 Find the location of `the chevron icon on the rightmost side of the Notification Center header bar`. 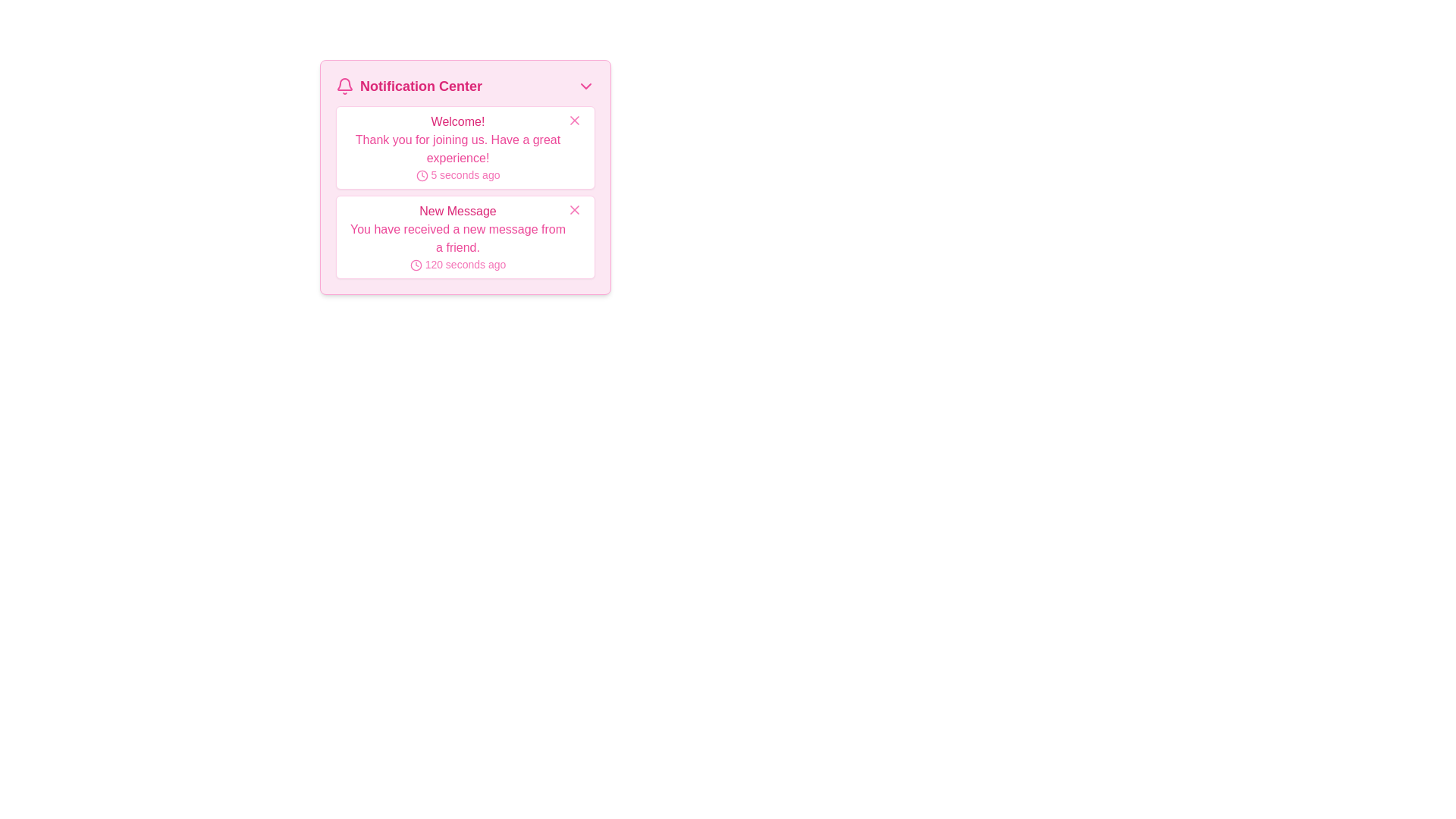

the chevron icon on the rightmost side of the Notification Center header bar is located at coordinates (585, 86).